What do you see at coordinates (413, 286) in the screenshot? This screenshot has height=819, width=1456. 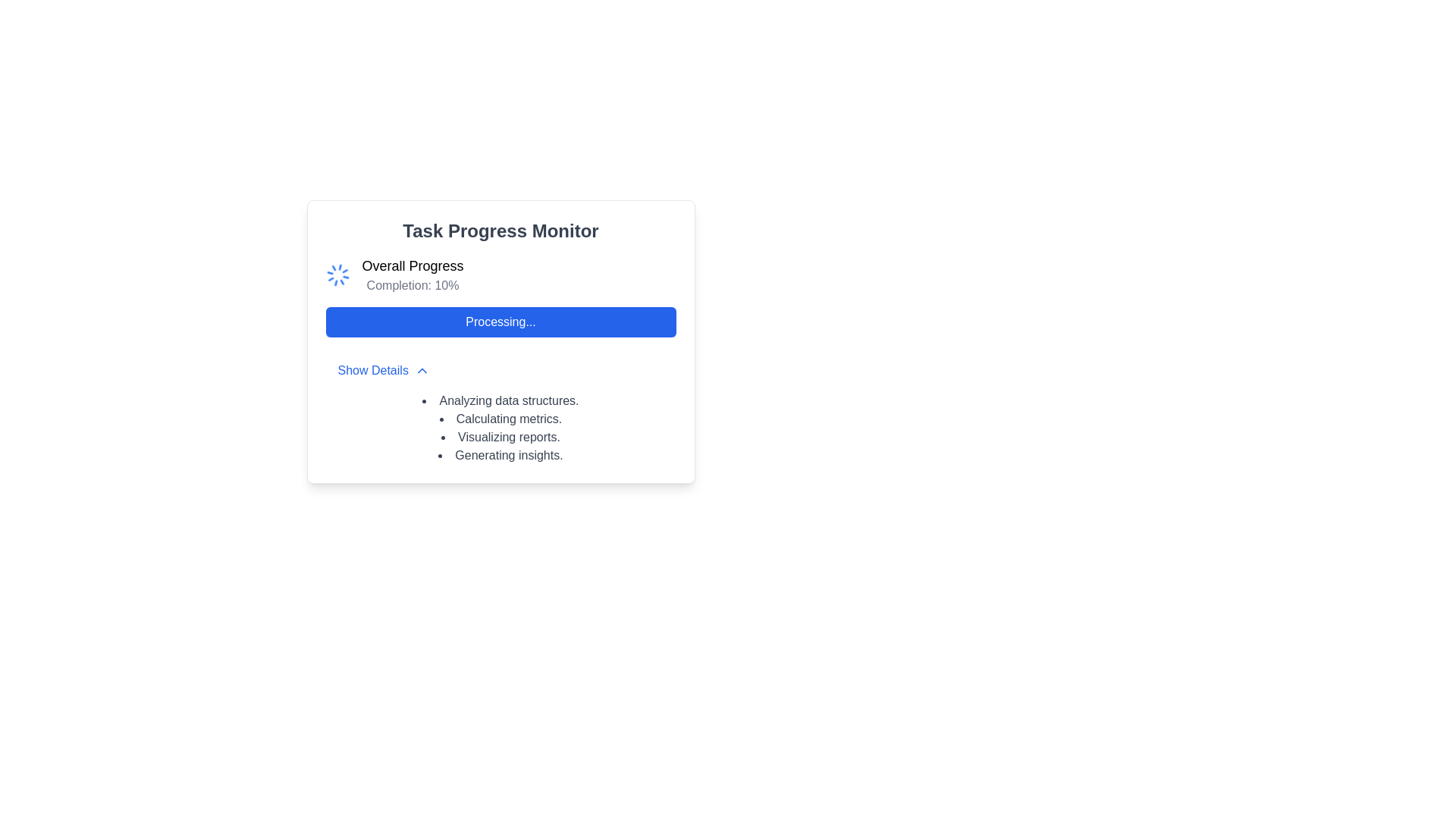 I see `the text label displaying 'Completion: 0%' in light gray, located beneath the 'Overall Progress' heading` at bounding box center [413, 286].